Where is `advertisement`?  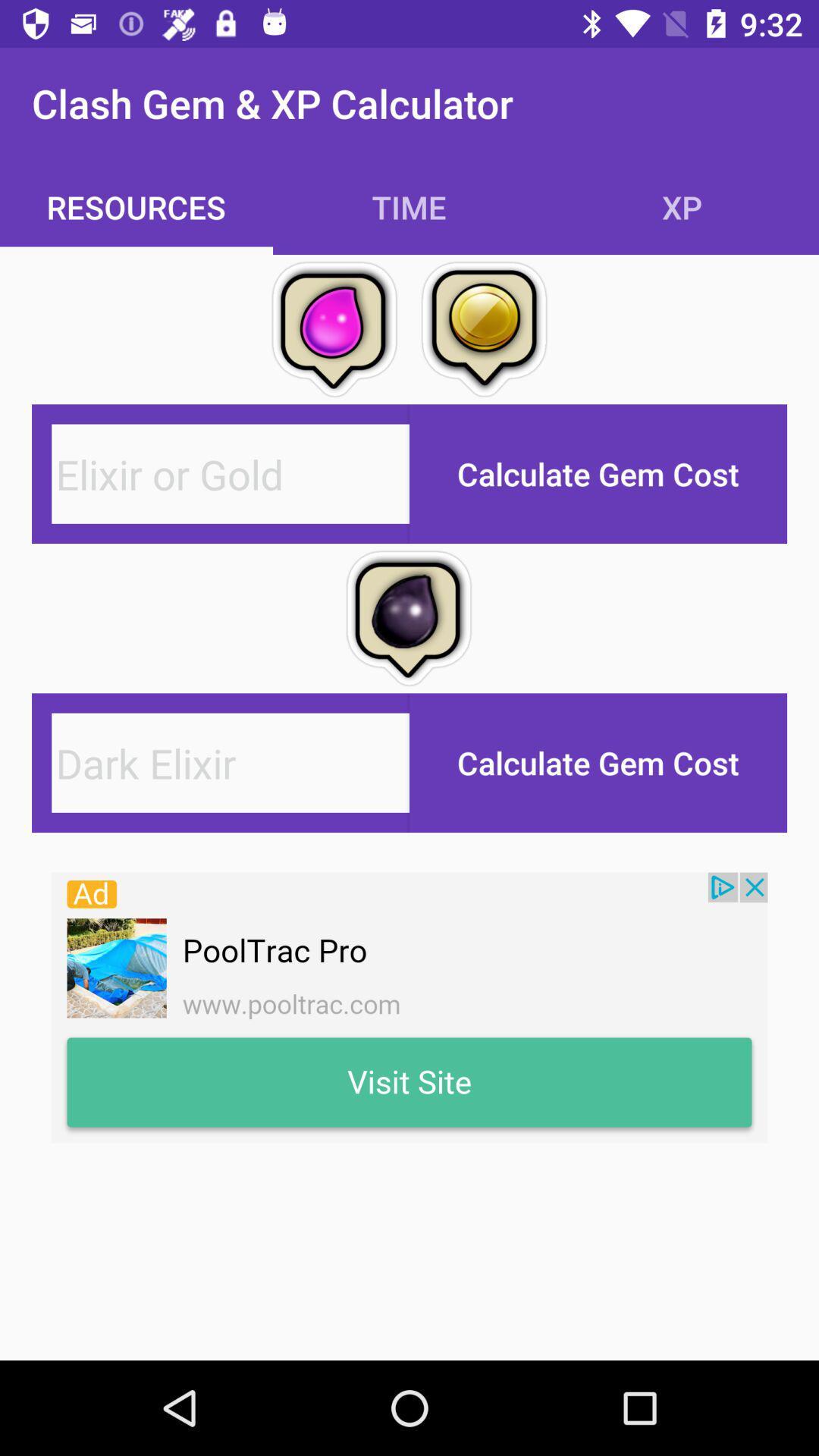 advertisement is located at coordinates (409, 1008).